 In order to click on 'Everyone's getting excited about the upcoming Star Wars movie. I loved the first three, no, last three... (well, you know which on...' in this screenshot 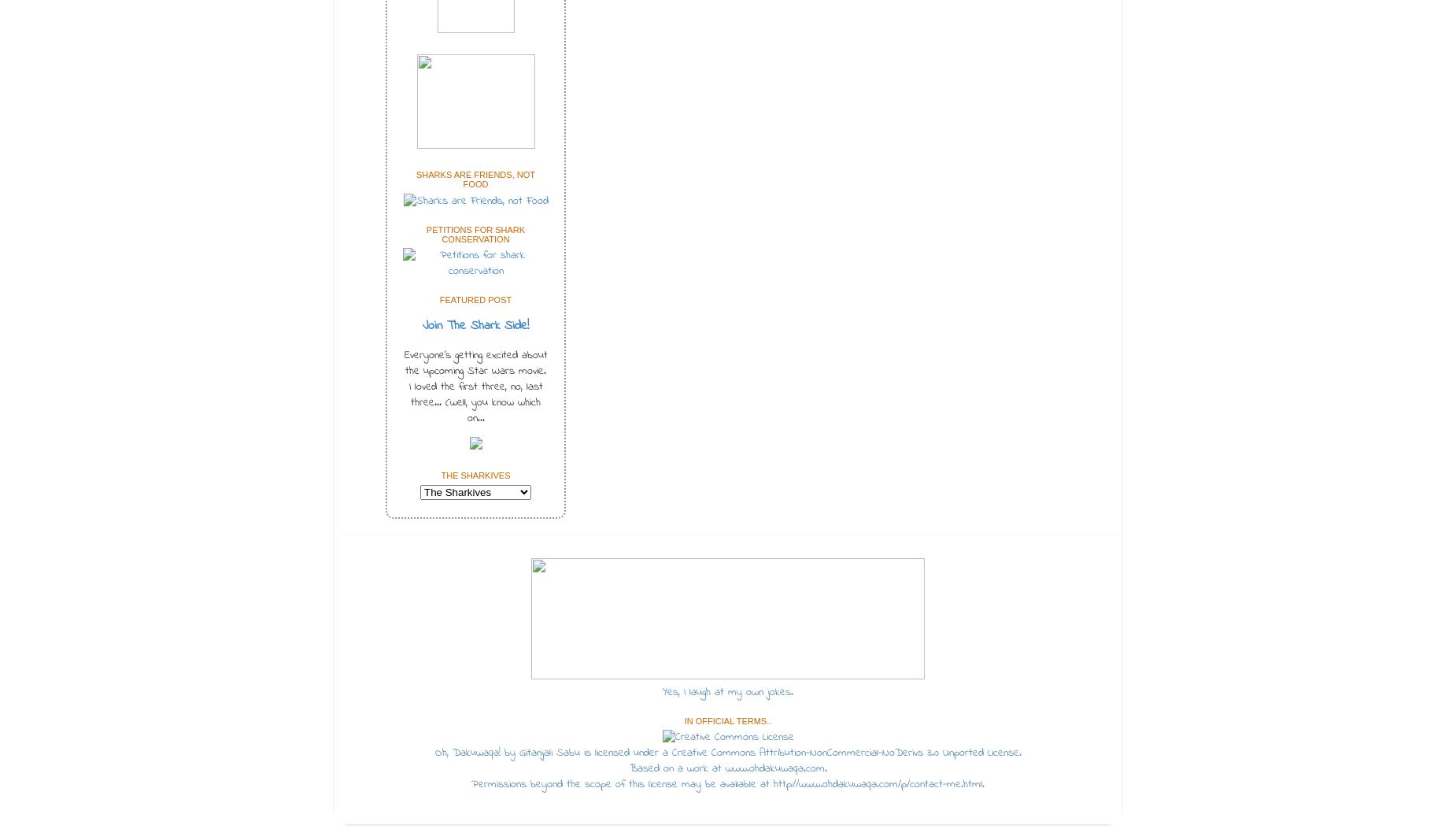, I will do `click(475, 386)`.